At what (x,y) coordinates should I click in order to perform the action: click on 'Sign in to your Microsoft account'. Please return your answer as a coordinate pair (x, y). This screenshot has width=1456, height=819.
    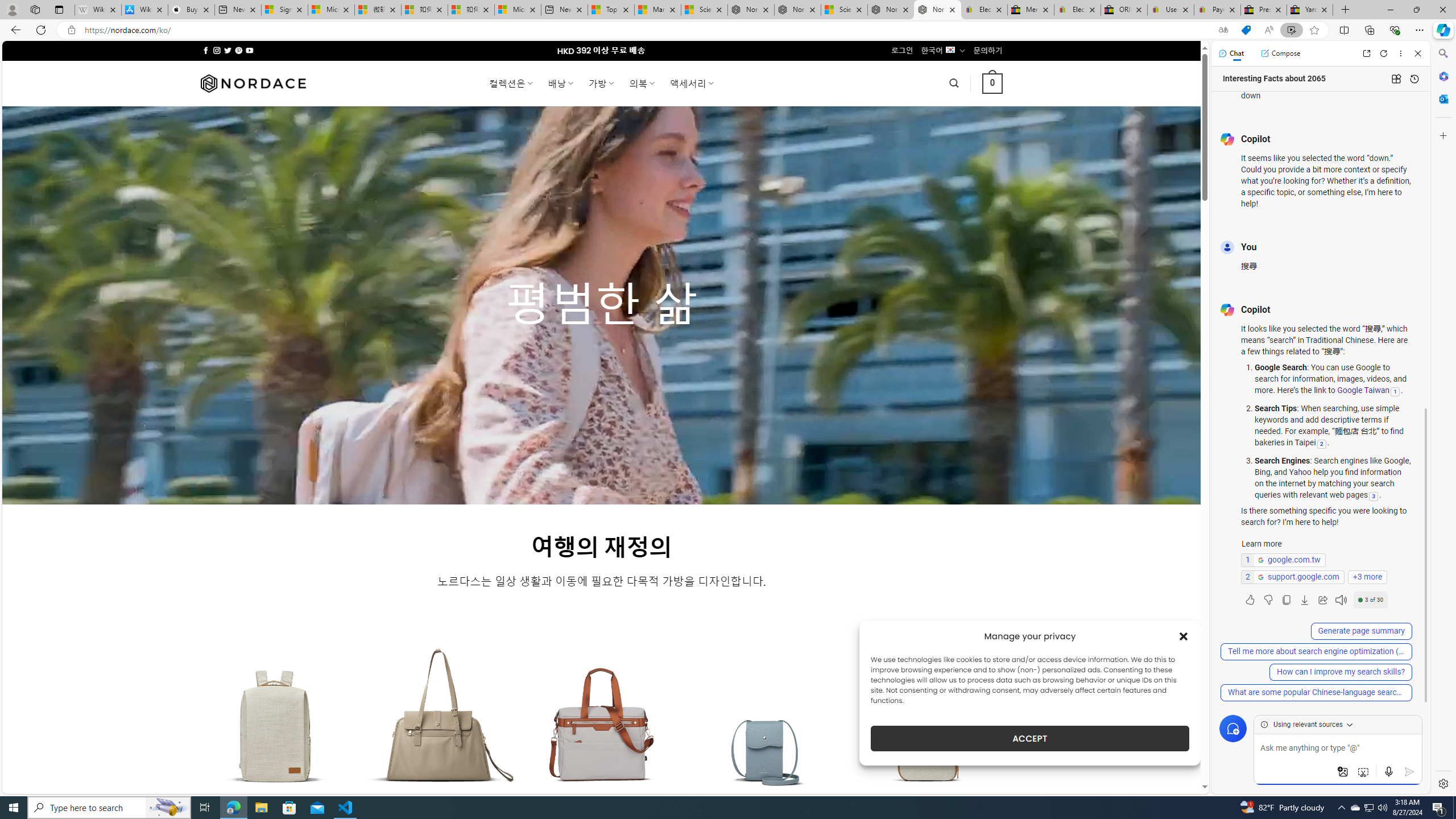
    Looking at the image, I should click on (284, 9).